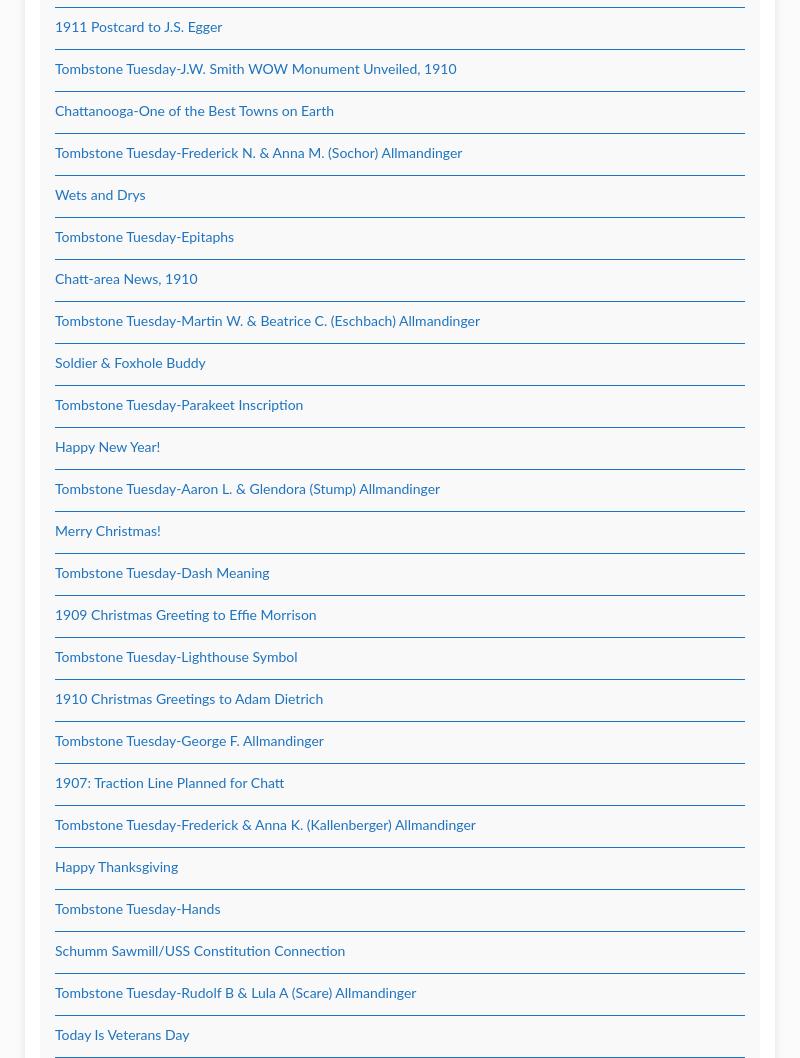 Image resolution: width=800 pixels, height=1058 pixels. What do you see at coordinates (254, 70) in the screenshot?
I see `'Tombstone Tuesday-J.W. Smith WOW Monument Unveiled, 1910'` at bounding box center [254, 70].